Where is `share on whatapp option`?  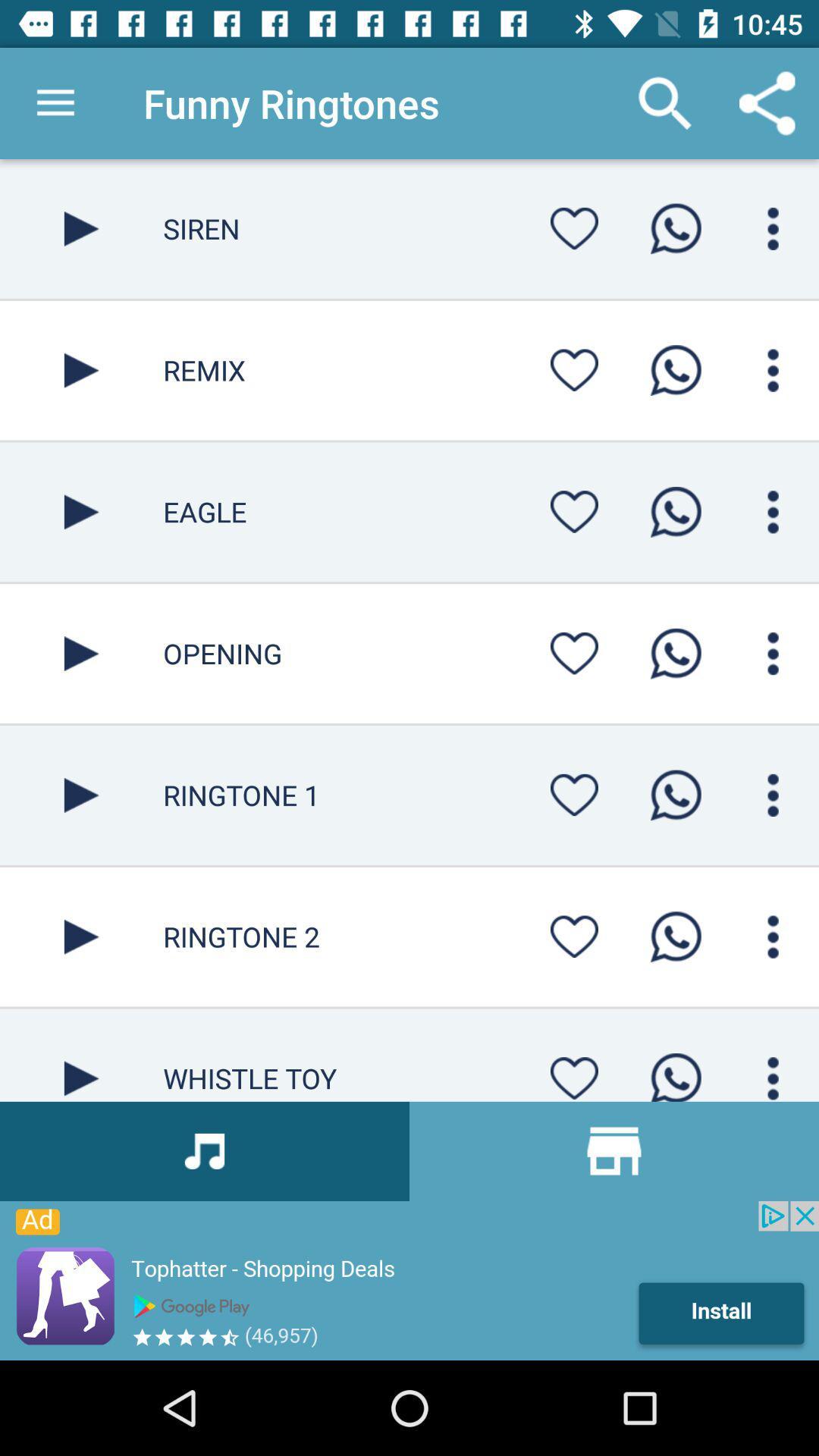 share on whatapp option is located at coordinates (675, 936).